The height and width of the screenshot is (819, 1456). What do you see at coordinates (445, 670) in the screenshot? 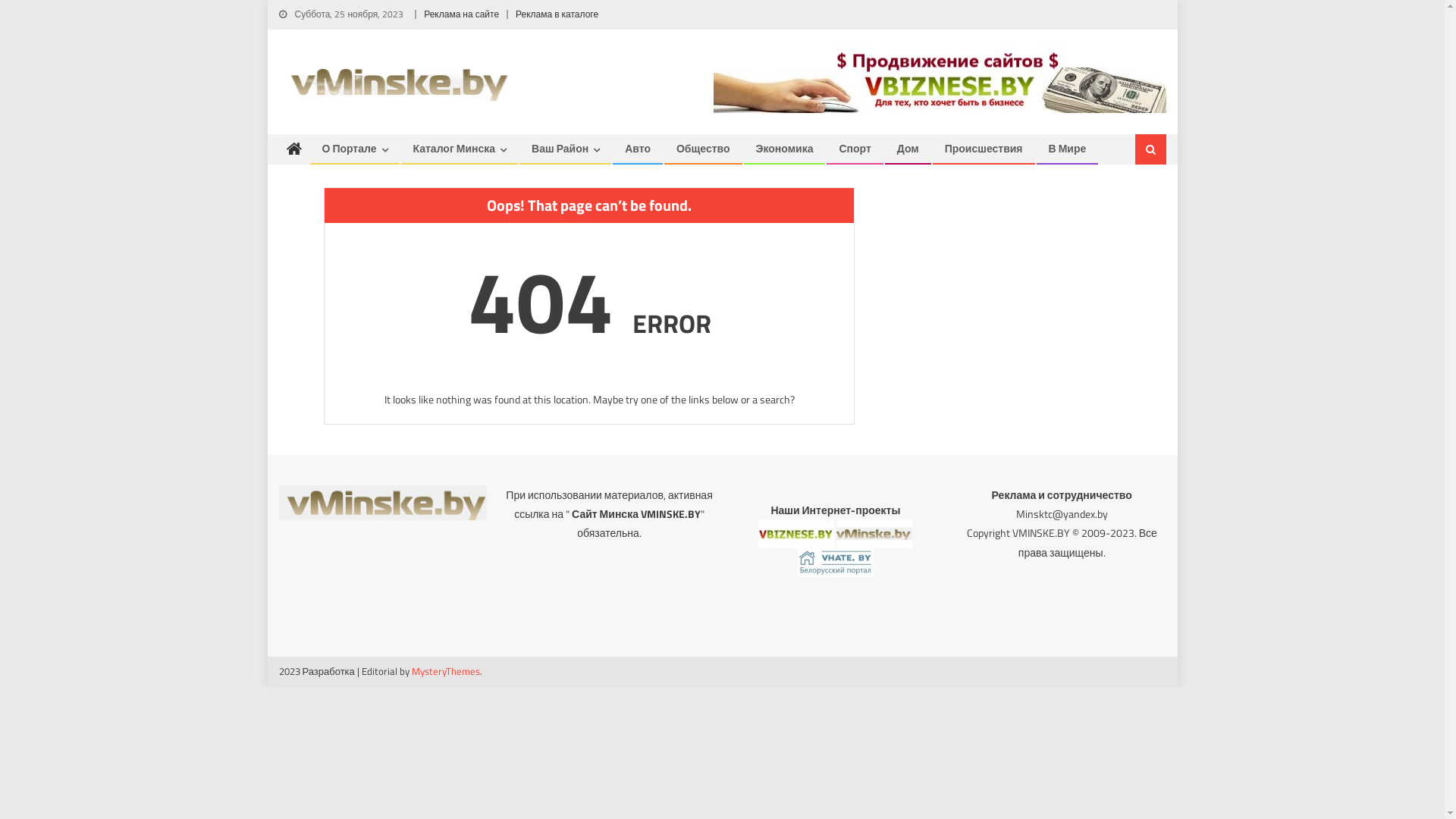
I see `'MysteryThemes'` at bounding box center [445, 670].